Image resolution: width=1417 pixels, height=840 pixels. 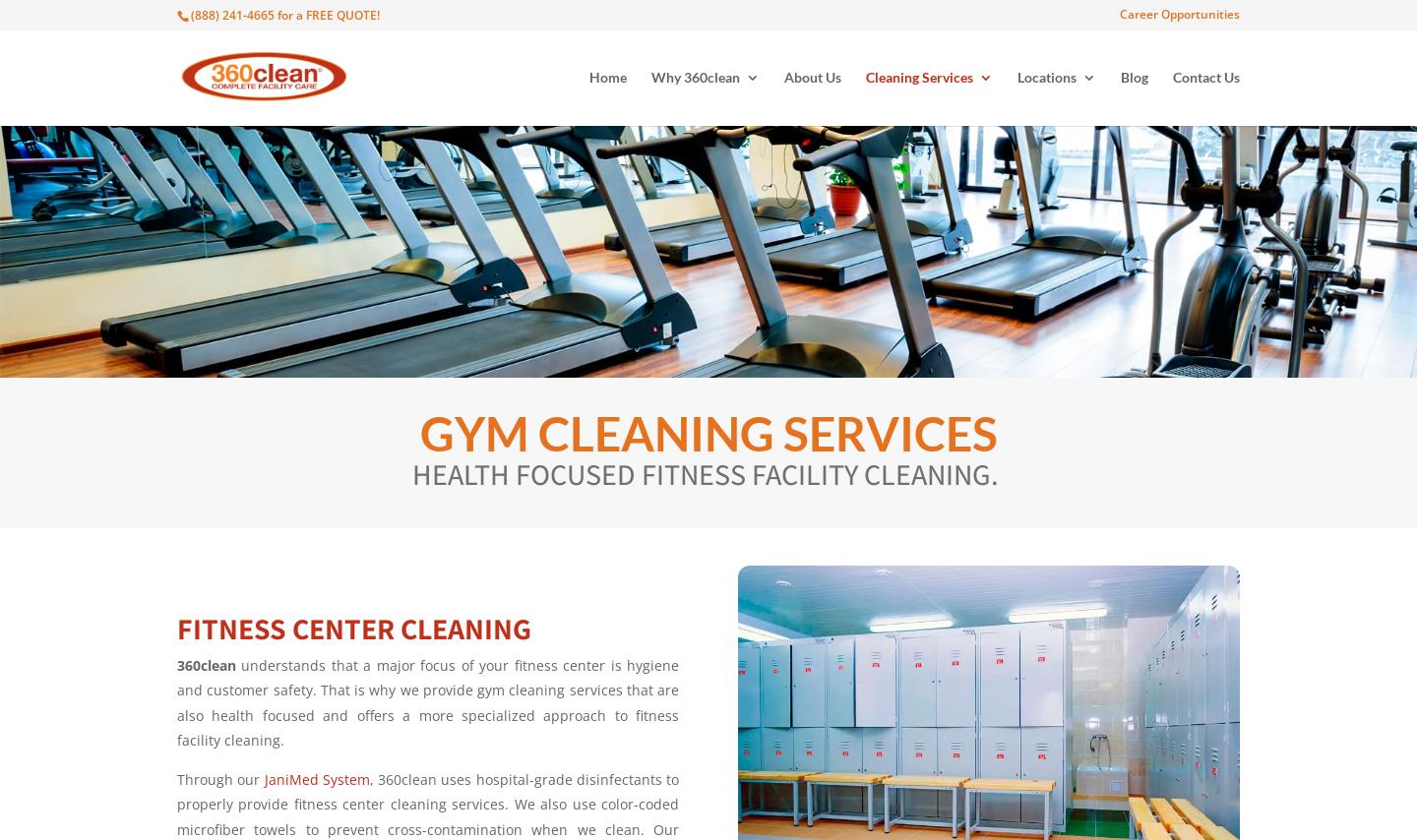 I want to click on 'PANAMA CITY', so click(x=1338, y=442).